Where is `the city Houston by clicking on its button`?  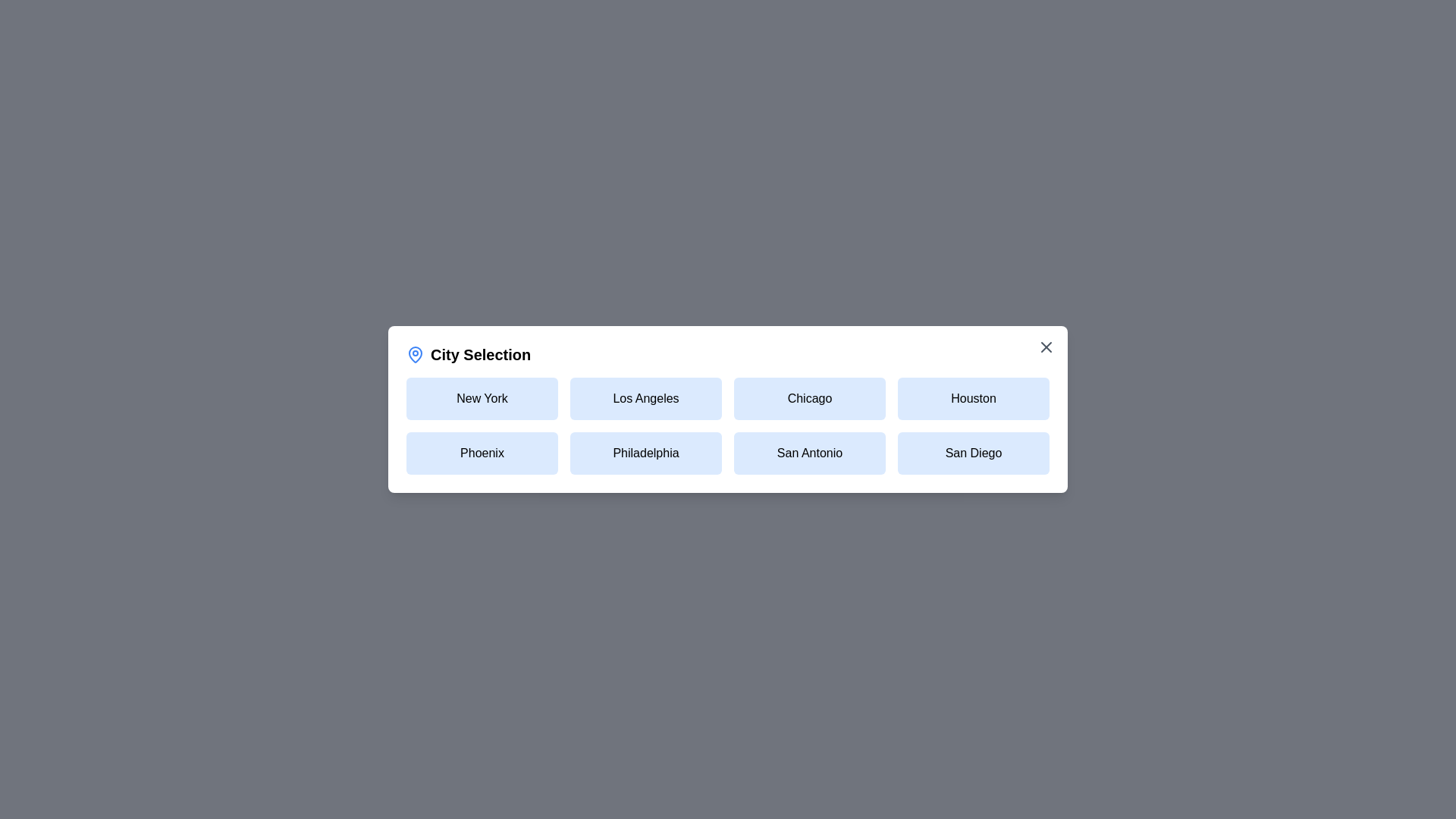
the city Houston by clicking on its button is located at coordinates (973, 397).